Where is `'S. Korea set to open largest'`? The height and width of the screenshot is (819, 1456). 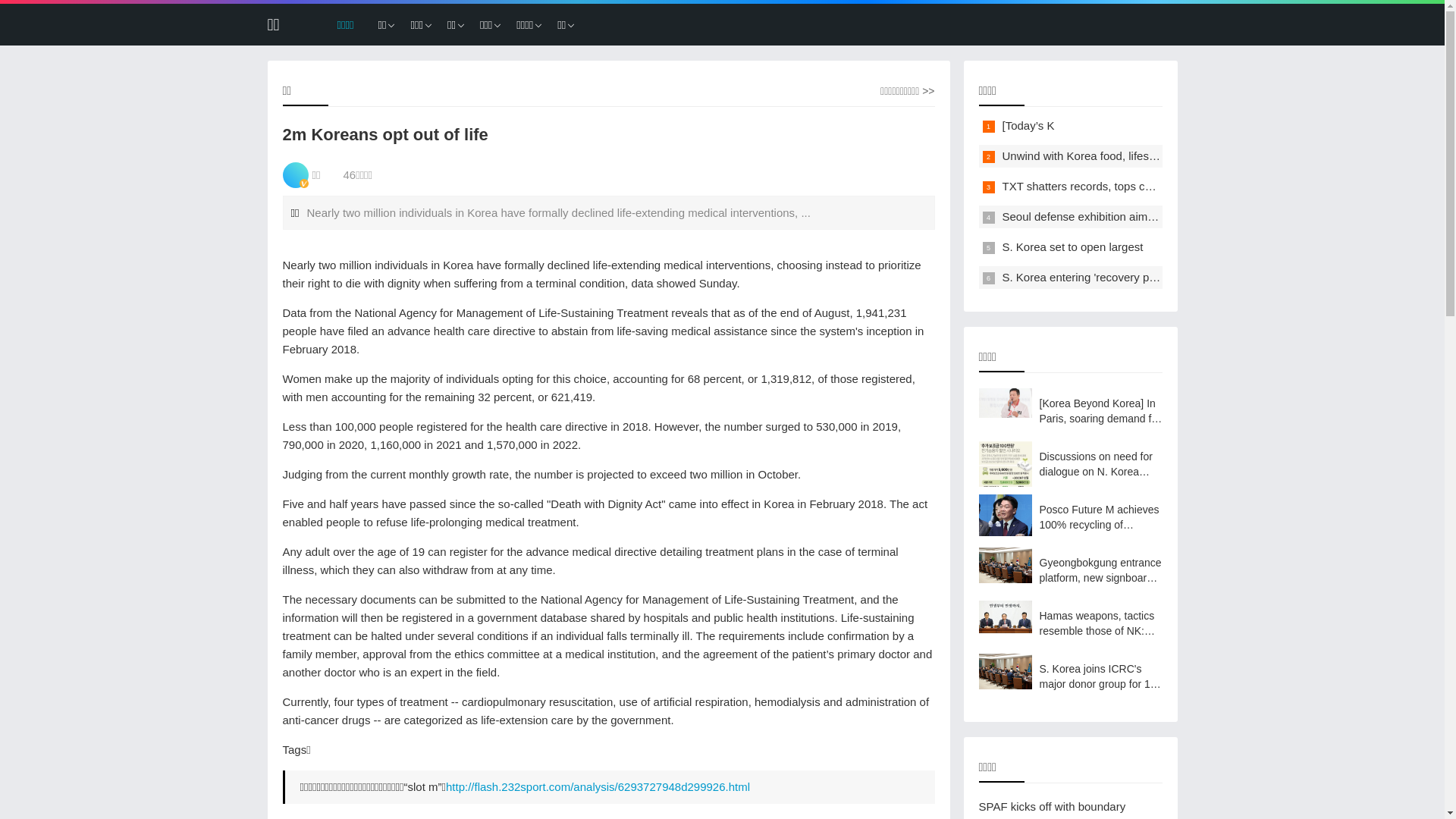 'S. Korea set to open largest' is located at coordinates (1072, 246).